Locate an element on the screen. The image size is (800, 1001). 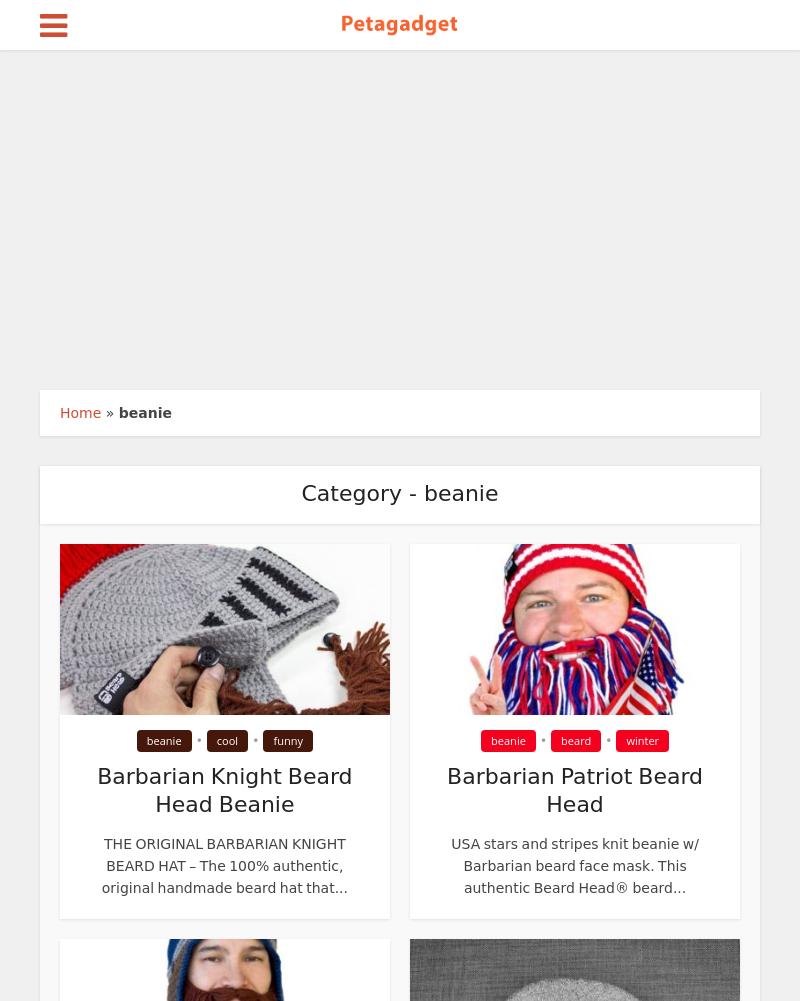
'winter' is located at coordinates (641, 740).